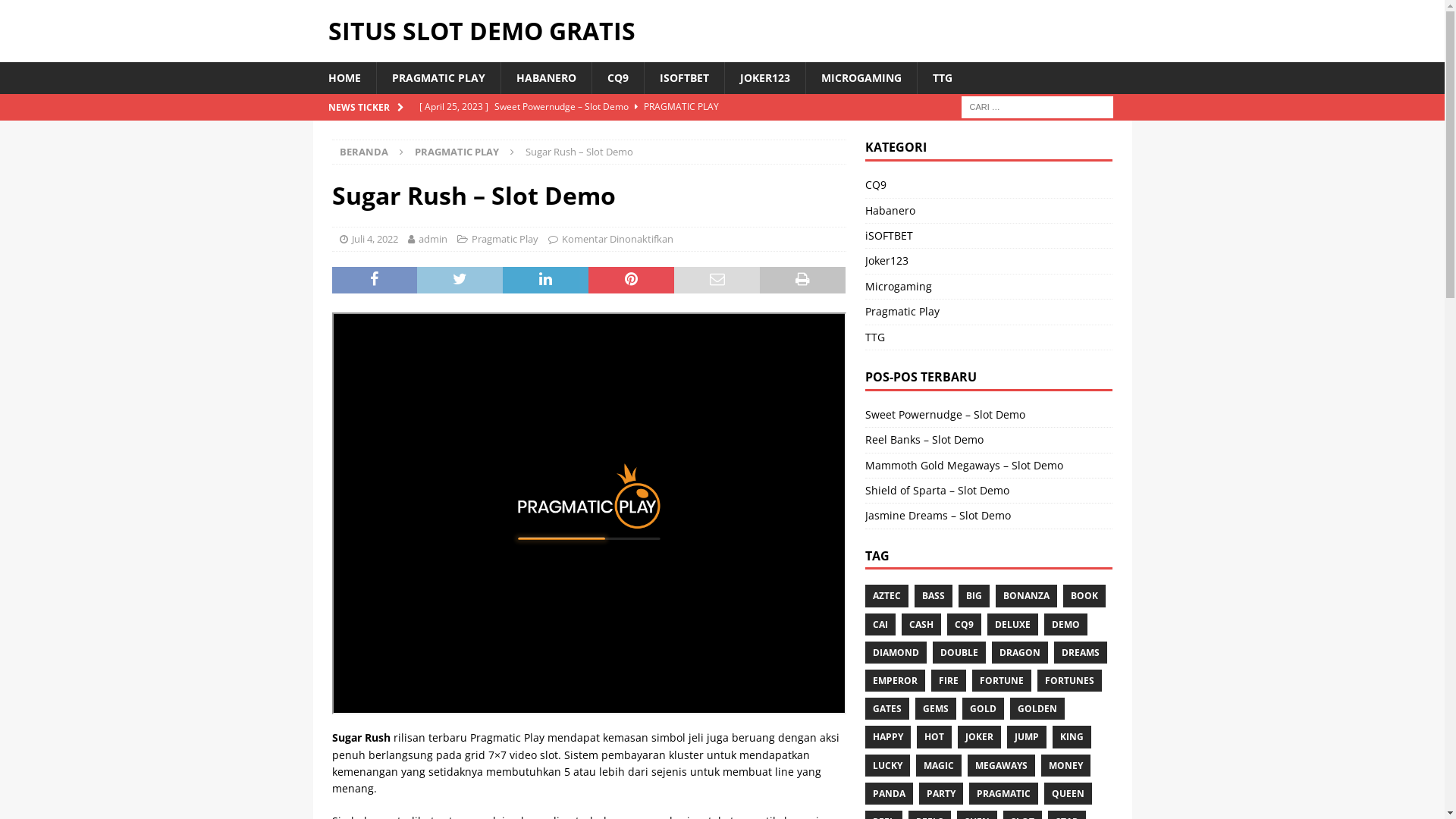 The width and height of the screenshot is (1456, 819). Describe the element at coordinates (1080, 651) in the screenshot. I see `'DREAMS'` at that location.